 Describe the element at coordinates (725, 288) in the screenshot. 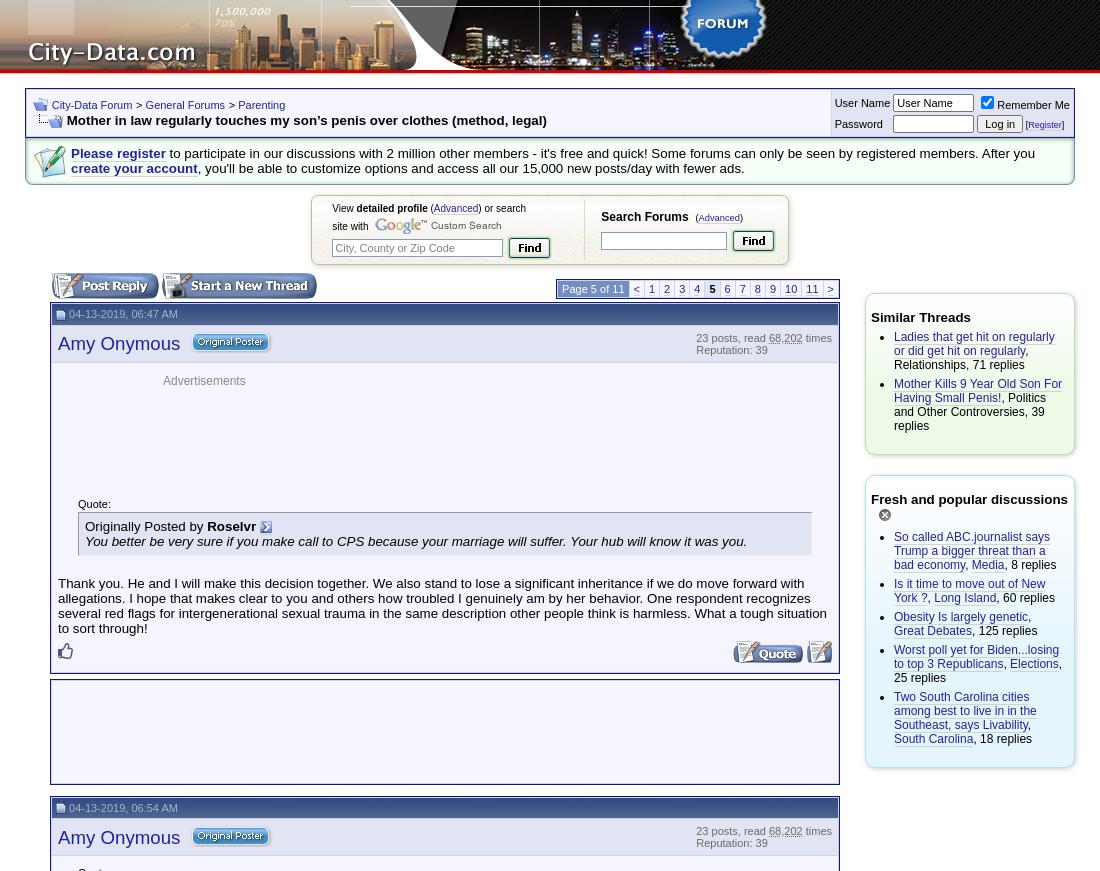

I see `'6'` at that location.